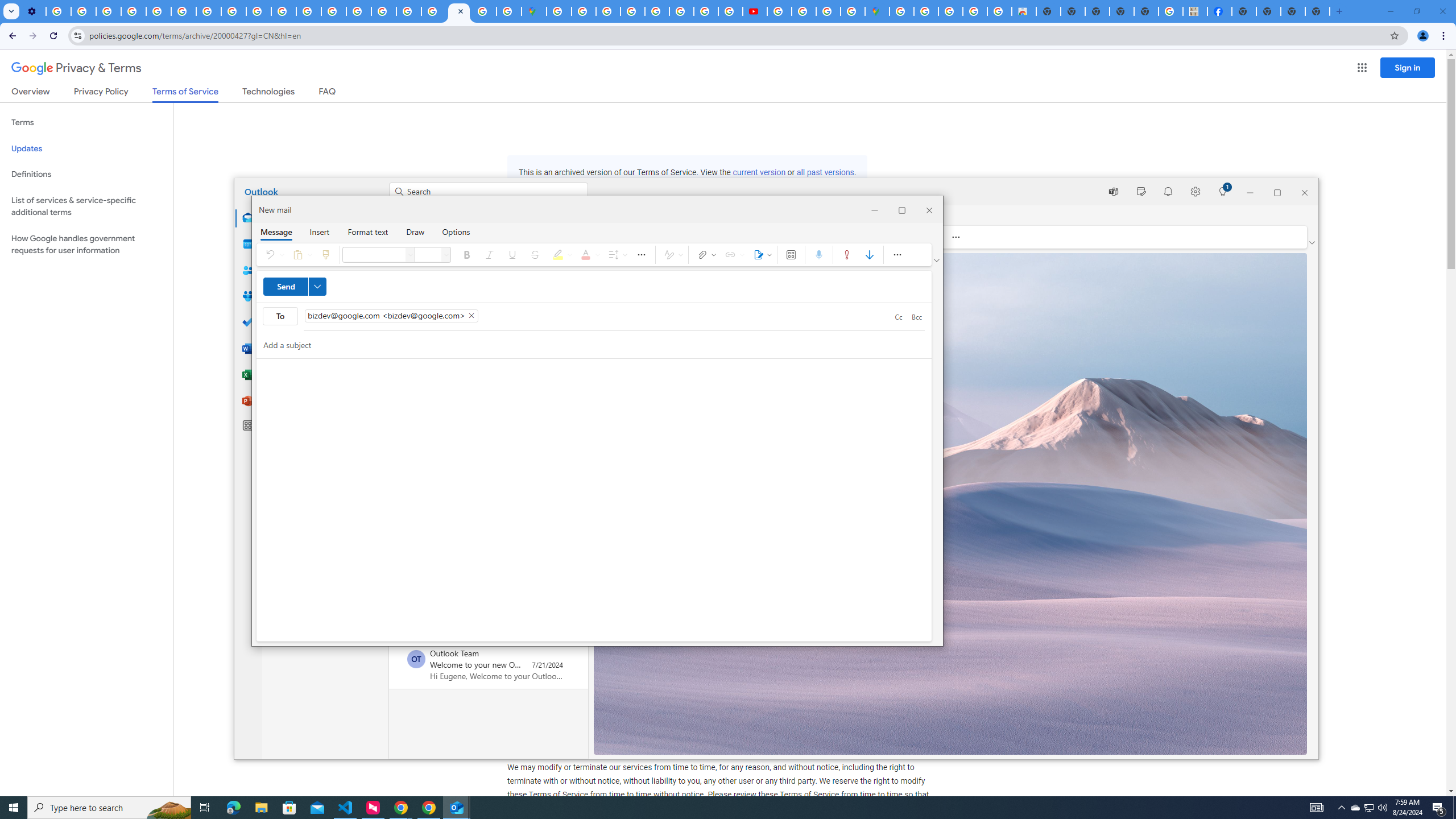 The height and width of the screenshot is (819, 1456). Describe the element at coordinates (617, 254) in the screenshot. I see `'Spacing'` at that location.